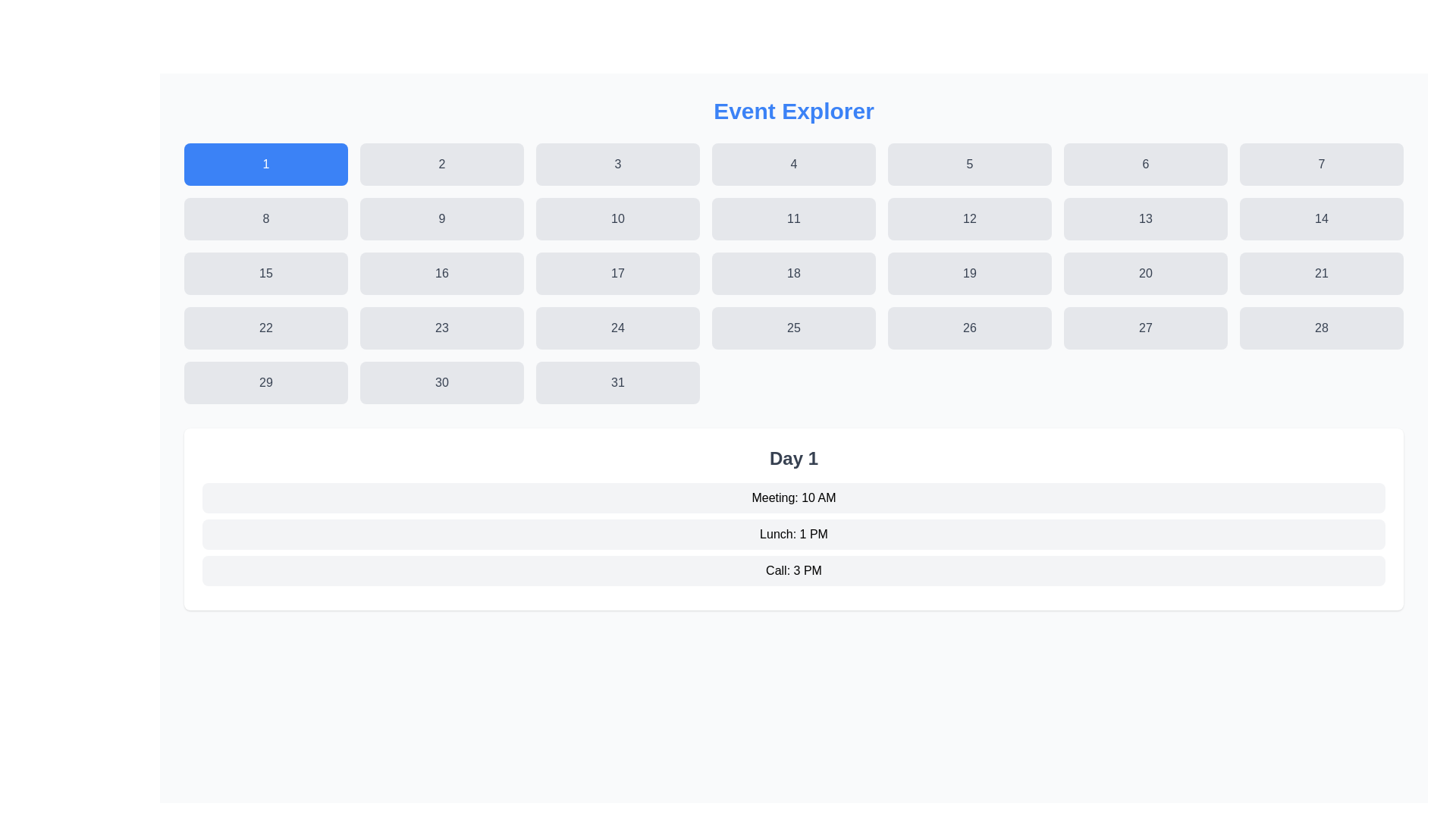  What do you see at coordinates (1320, 327) in the screenshot?
I see `the button in the last column of the fourth row of the calendar grid` at bounding box center [1320, 327].